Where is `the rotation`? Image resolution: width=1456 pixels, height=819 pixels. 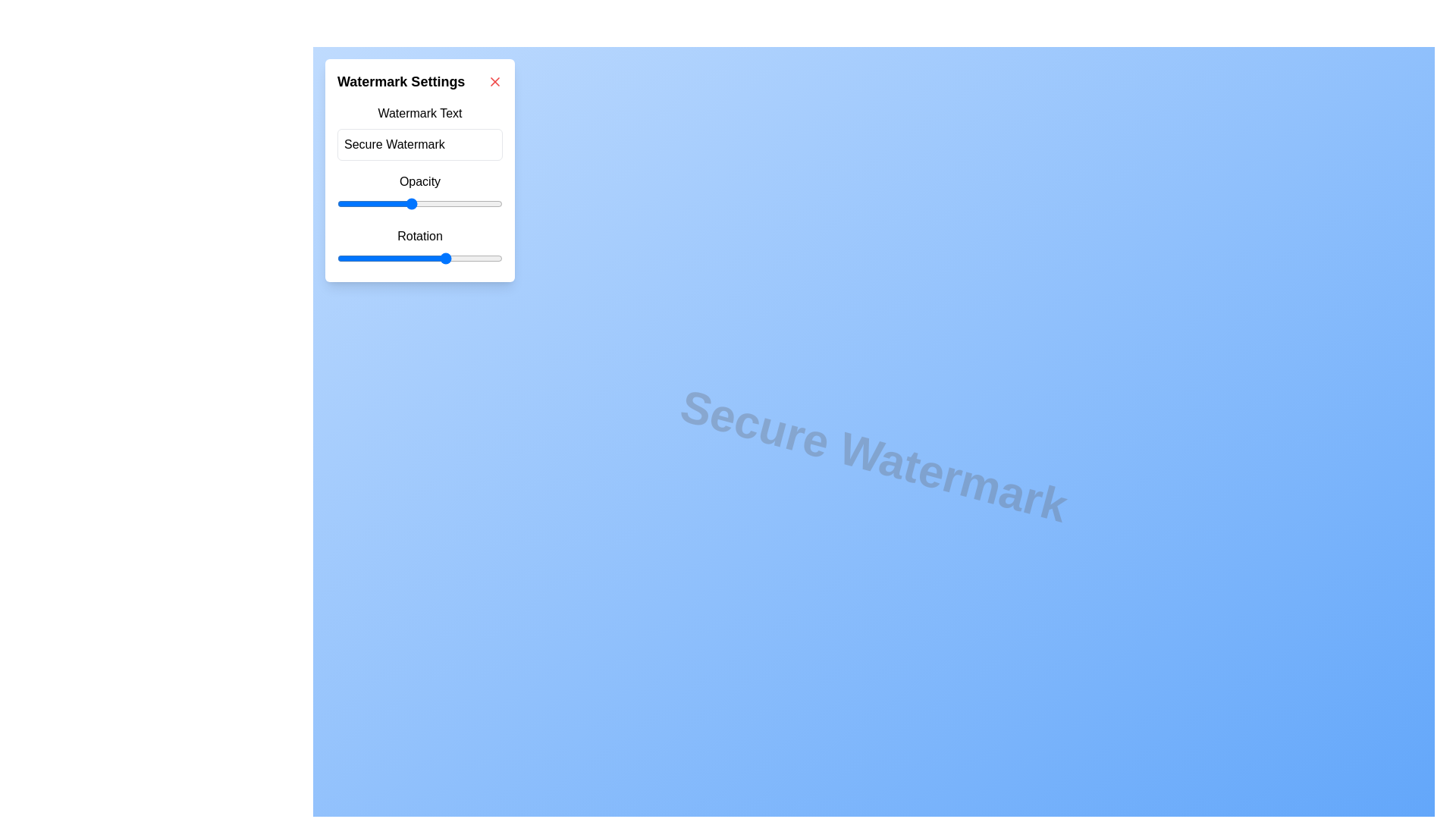
the rotation is located at coordinates (362, 257).